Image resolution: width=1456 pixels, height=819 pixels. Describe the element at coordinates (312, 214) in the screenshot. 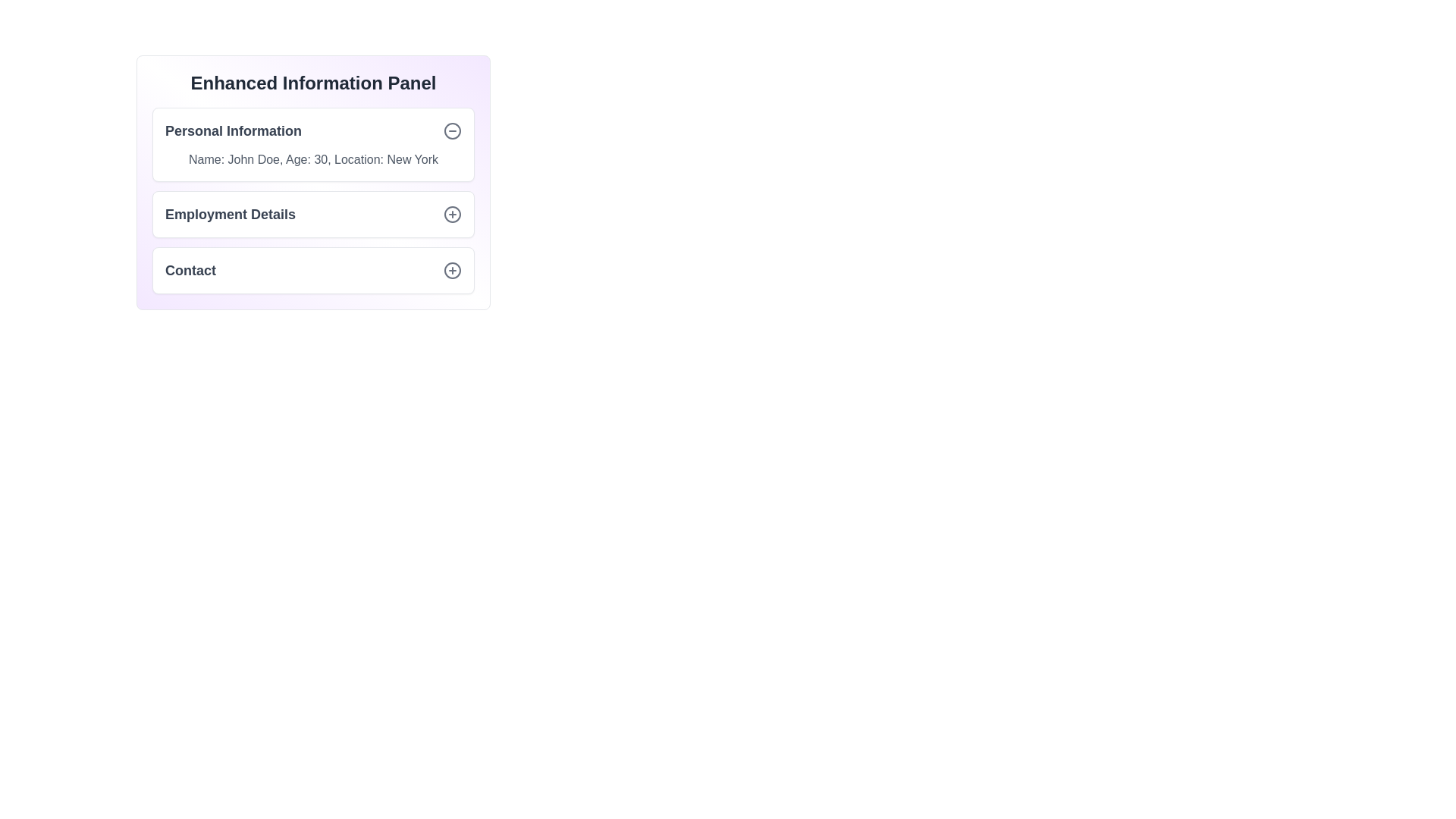

I see `the 'Employment Details' section, which has a light-colored background and rounded corners, and includes a '+' button on the far-right side` at that location.